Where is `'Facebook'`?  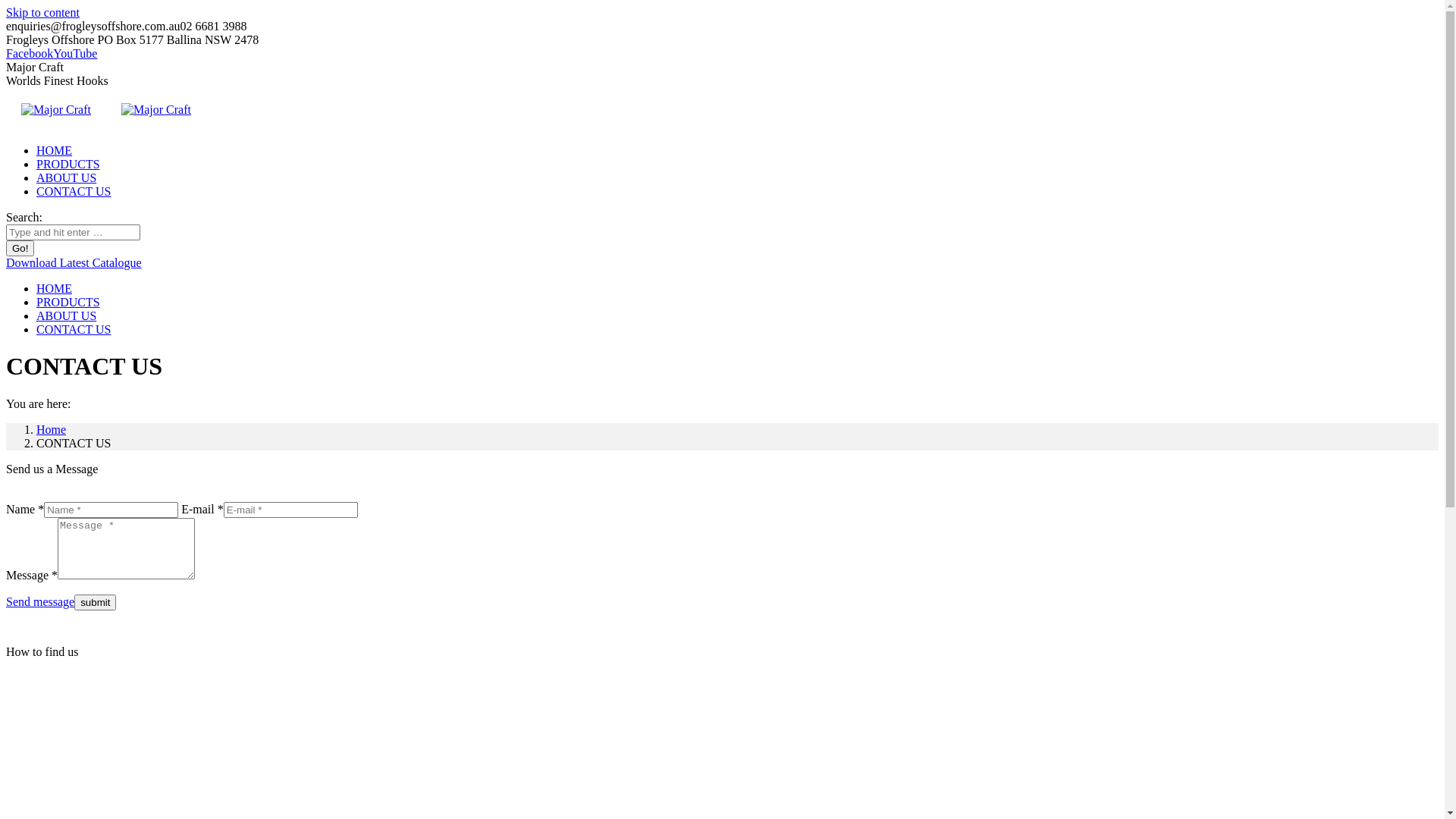
'Facebook' is located at coordinates (29, 52).